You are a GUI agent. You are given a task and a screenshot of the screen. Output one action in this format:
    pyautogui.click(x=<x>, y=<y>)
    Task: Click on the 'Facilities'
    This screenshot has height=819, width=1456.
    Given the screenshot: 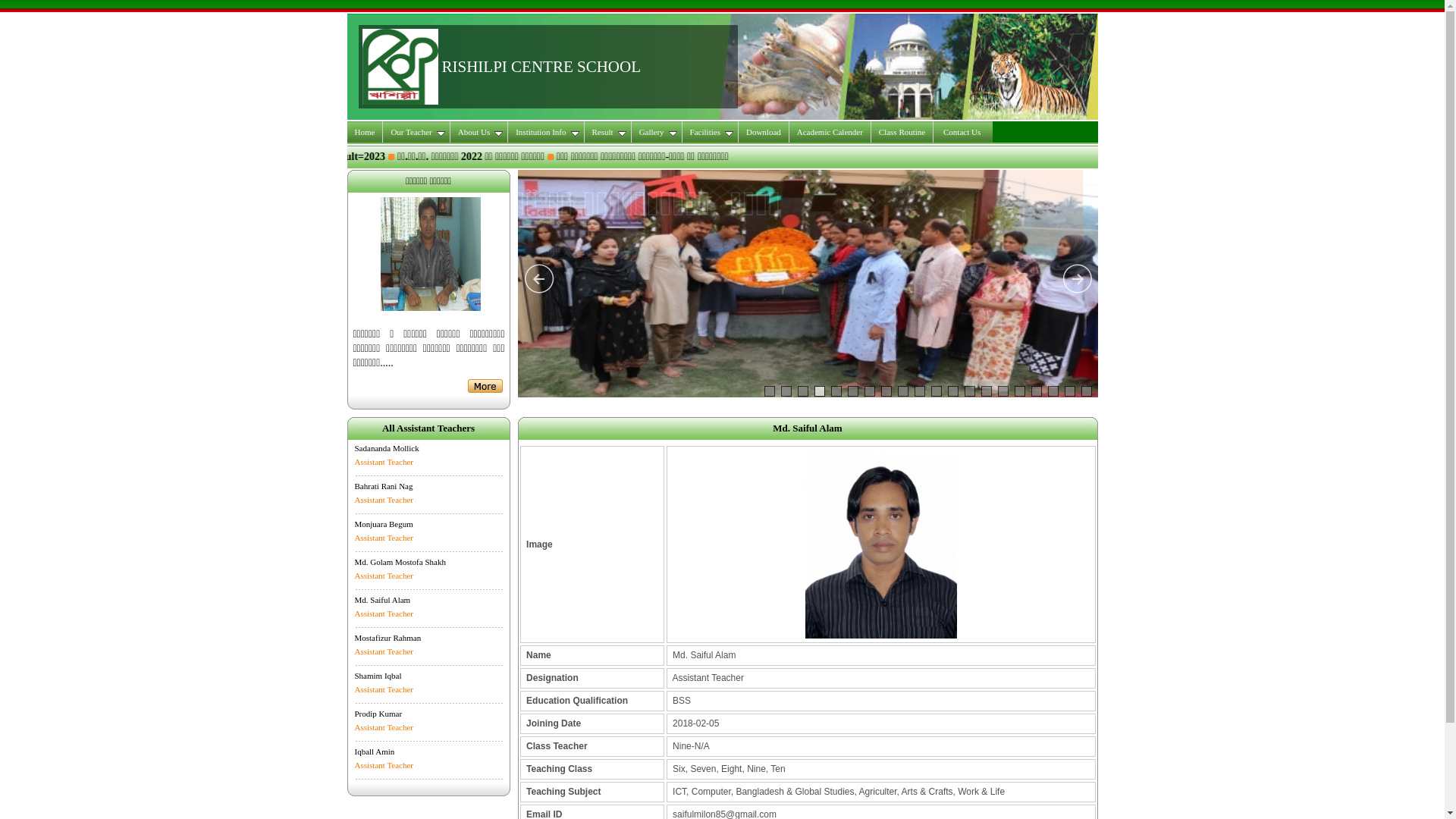 What is the action you would take?
    pyautogui.click(x=709, y=130)
    